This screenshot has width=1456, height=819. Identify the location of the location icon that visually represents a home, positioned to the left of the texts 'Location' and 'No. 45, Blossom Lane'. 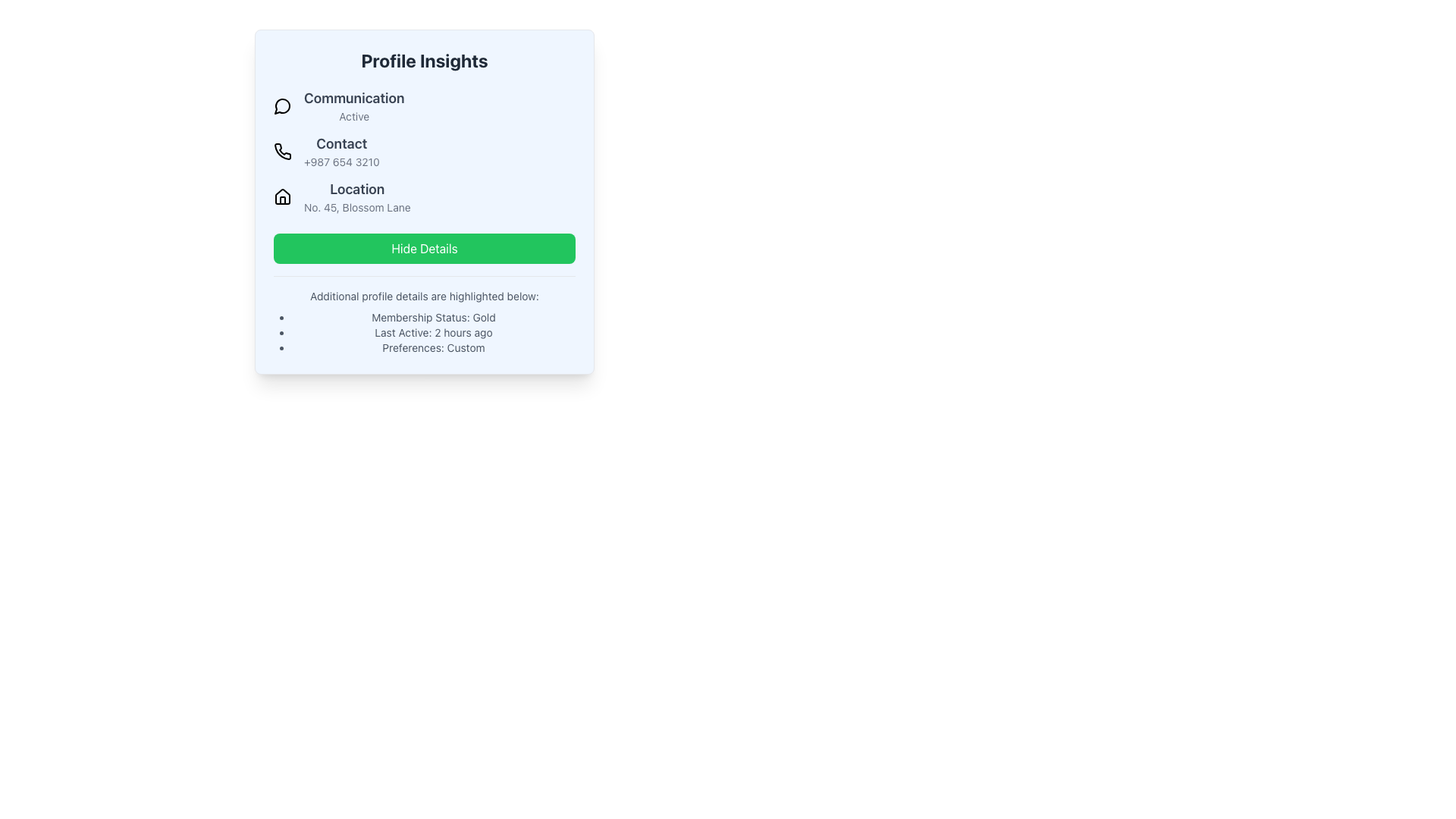
(283, 196).